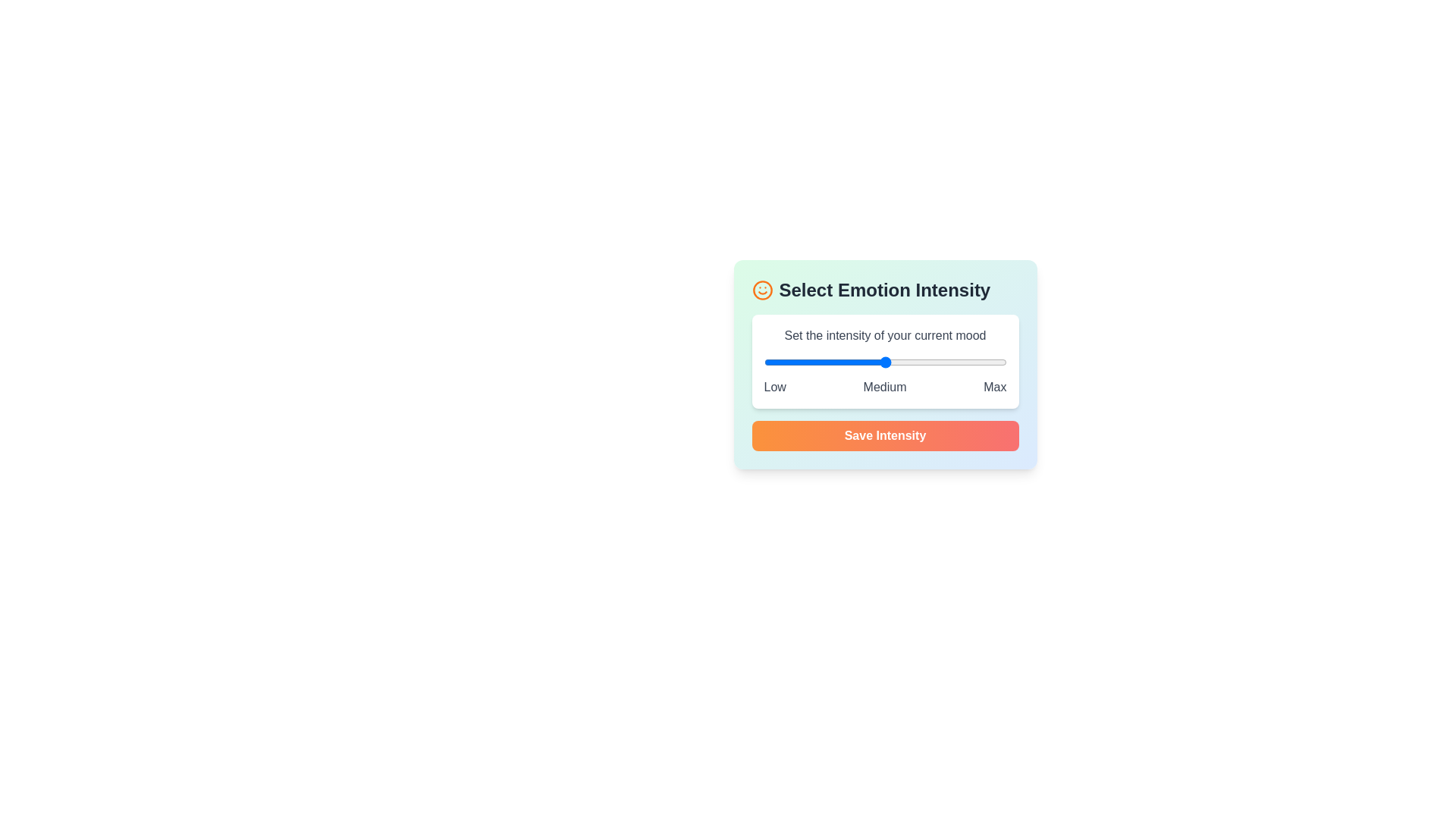 Image resolution: width=1456 pixels, height=819 pixels. Describe the element at coordinates (885, 335) in the screenshot. I see `the label 'Set the intensity of your current mood' to focus on it` at that location.